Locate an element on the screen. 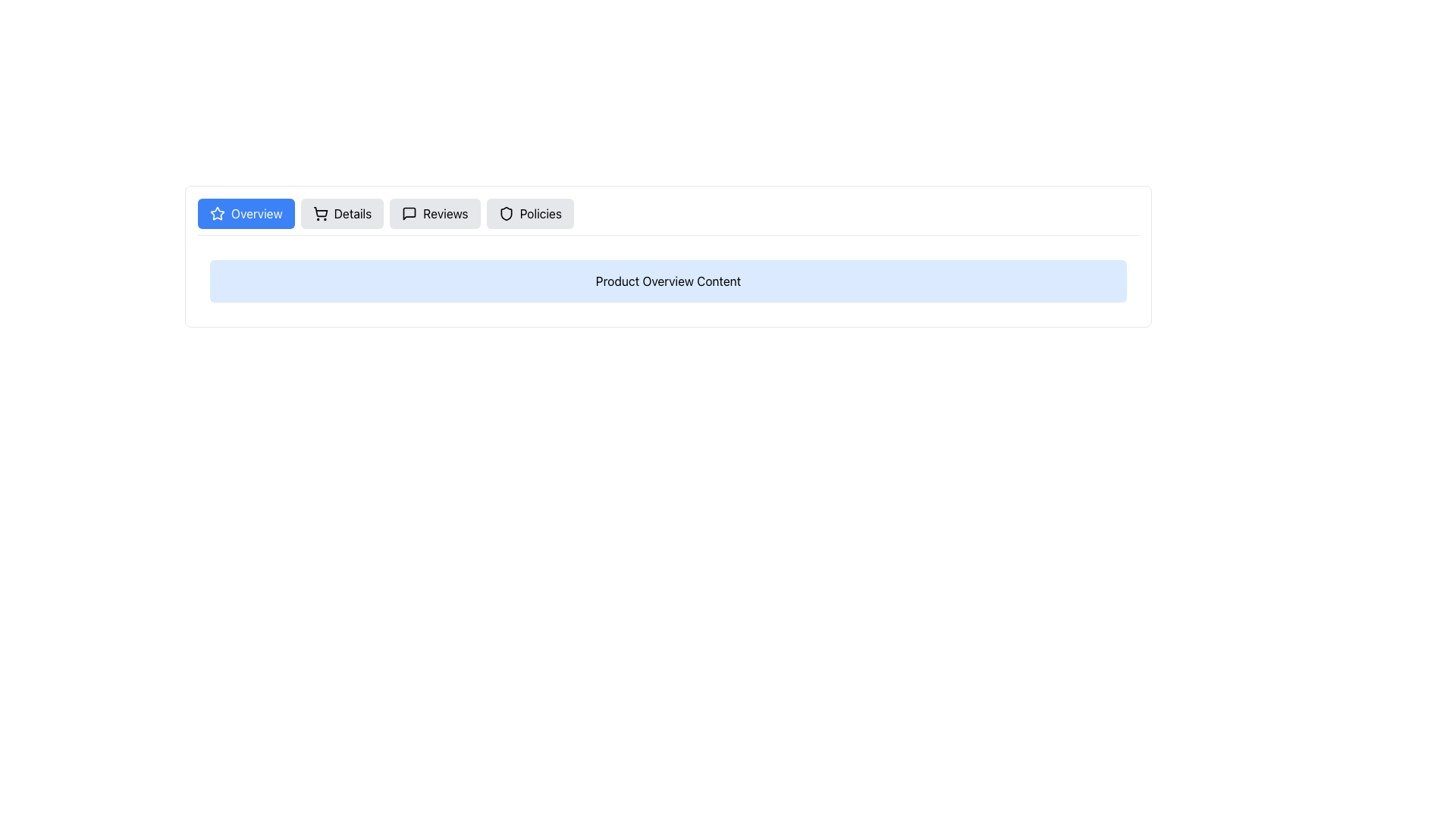 The width and height of the screenshot is (1456, 819). the 'Details' button, which has a rounded corner and light gray background is located at coordinates (341, 213).